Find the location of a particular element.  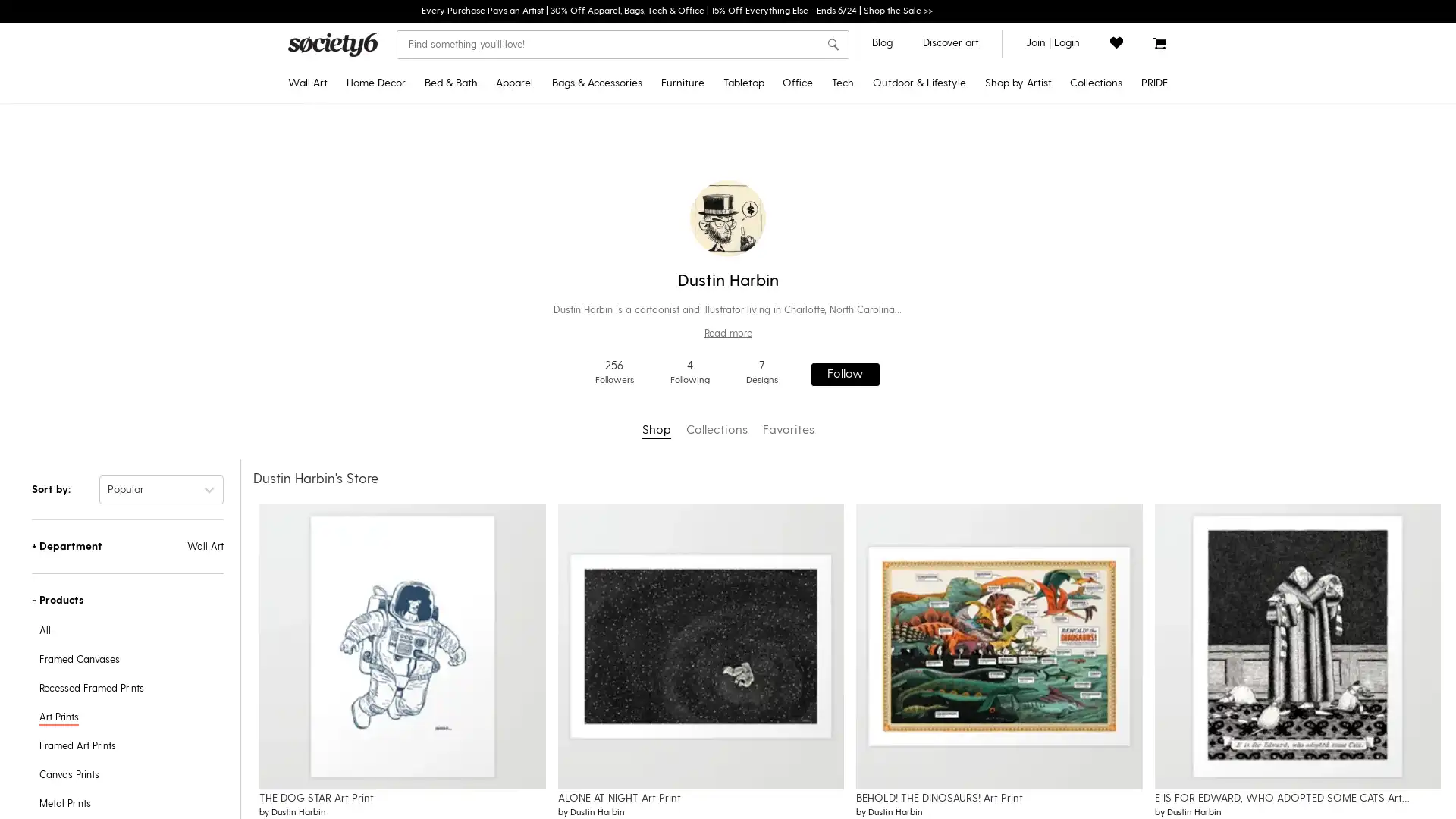

Tech is located at coordinates (842, 83).